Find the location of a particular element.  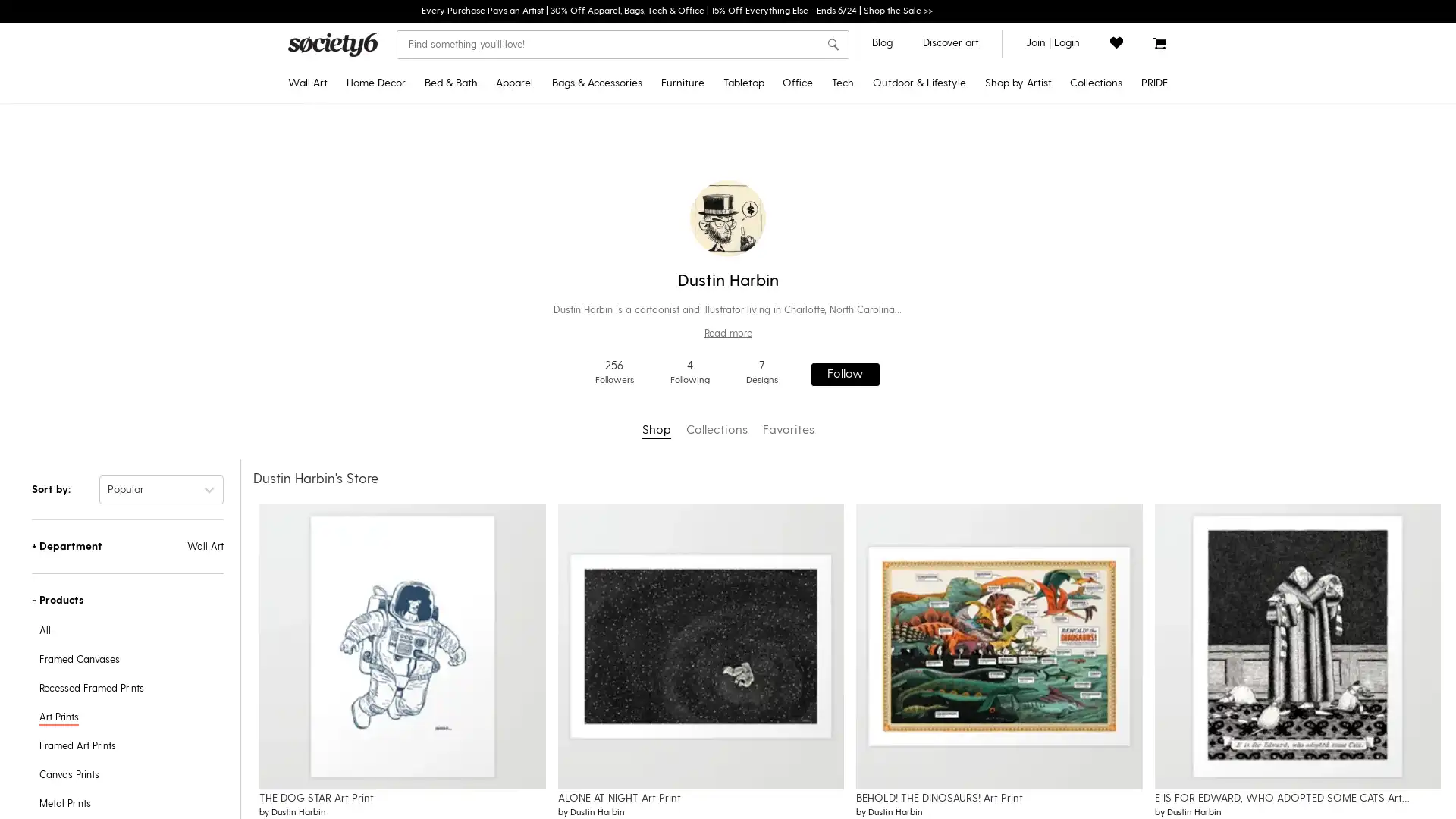

Tech is located at coordinates (842, 83).